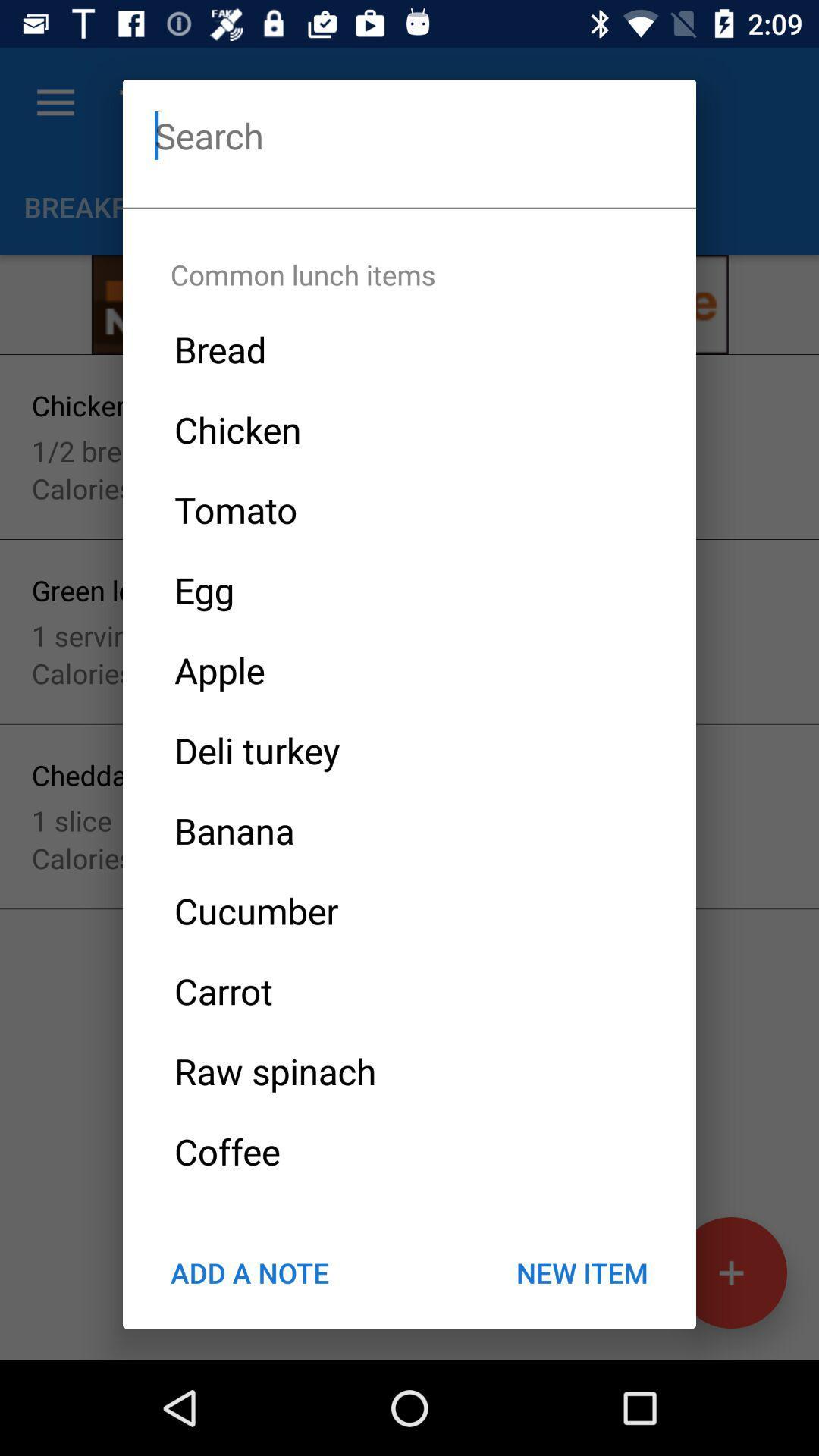 This screenshot has height=1456, width=819. I want to click on icon at the bottom left corner, so click(249, 1272).